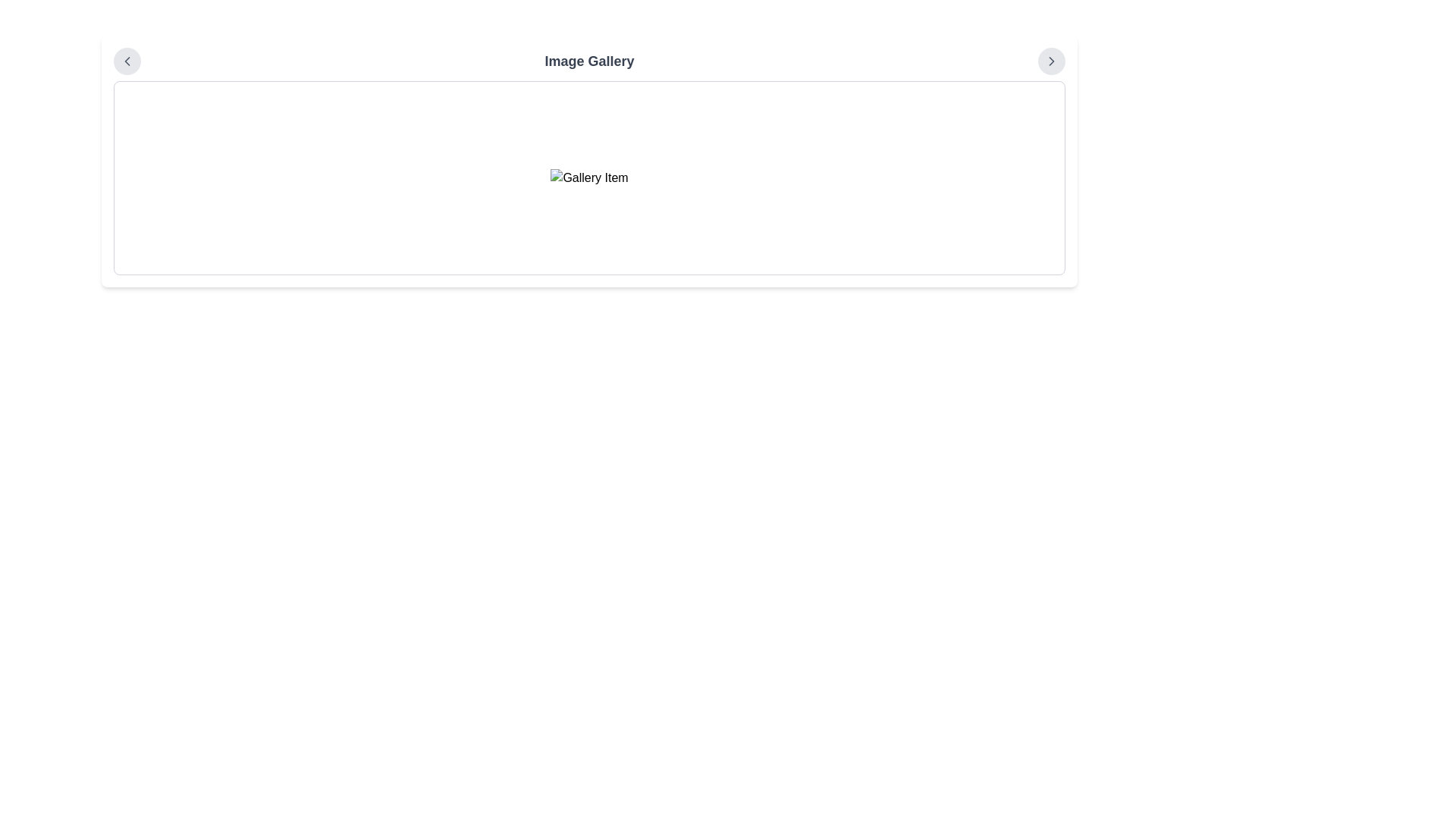 The width and height of the screenshot is (1456, 819). Describe the element at coordinates (588, 61) in the screenshot. I see `the Text Label that serves as the title or header for the image gallery section, located in the header with a white background and rounded corners` at that location.